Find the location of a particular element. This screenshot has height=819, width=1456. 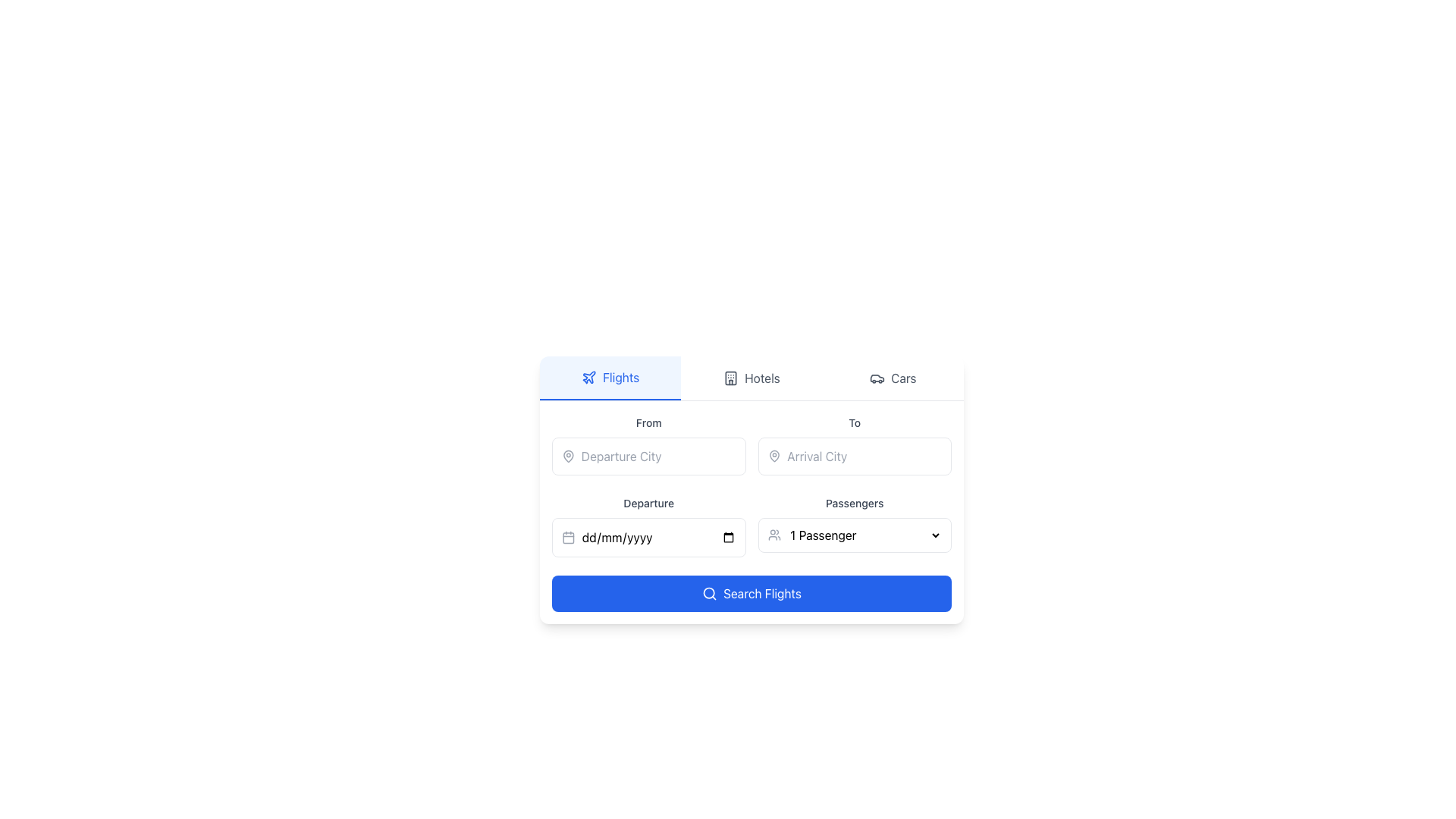

the bottom-most button in the form that initiates a search for flights based on the input parameters is located at coordinates (752, 593).